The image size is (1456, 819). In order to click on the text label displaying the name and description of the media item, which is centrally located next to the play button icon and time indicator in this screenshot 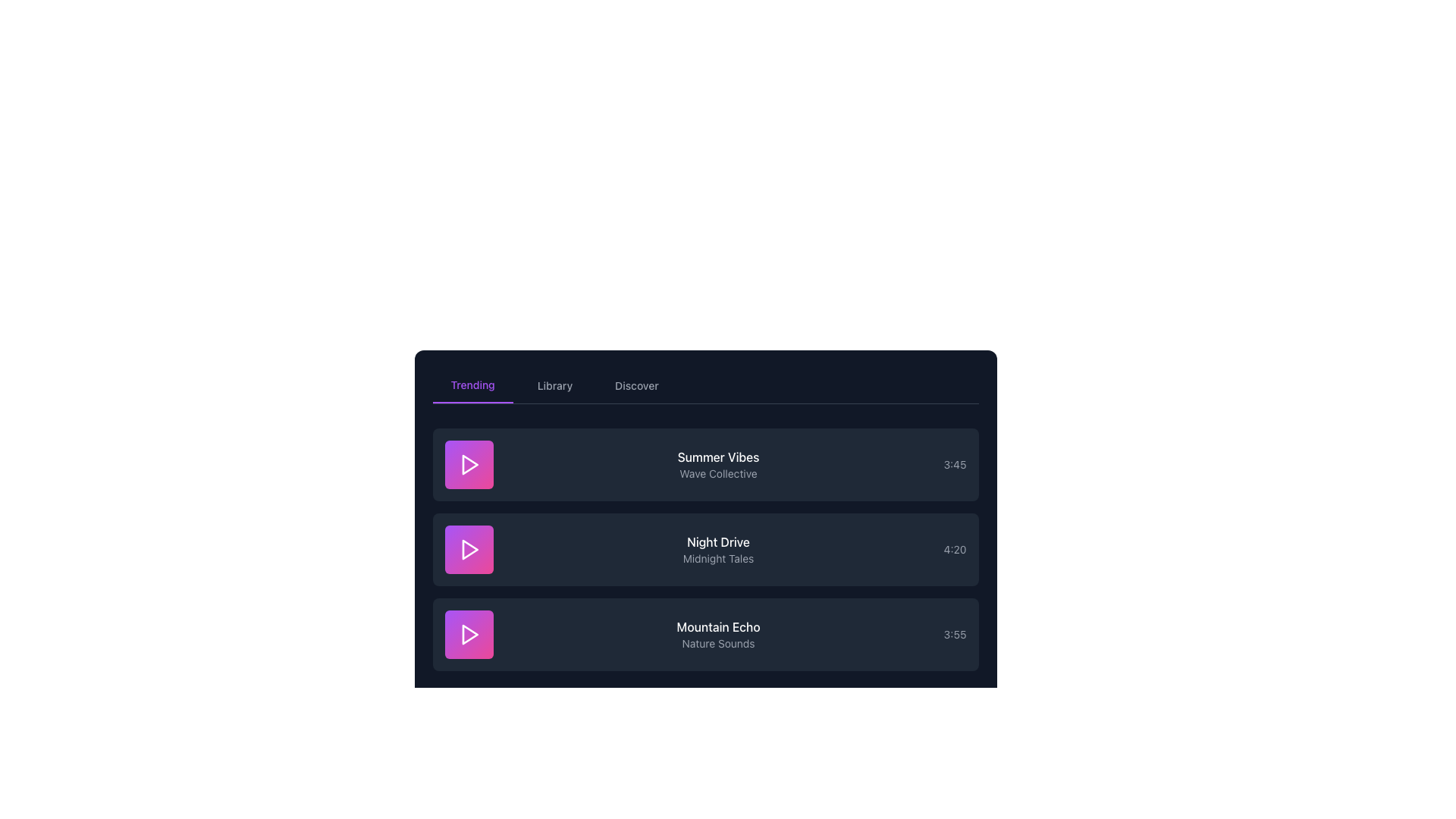, I will do `click(717, 464)`.